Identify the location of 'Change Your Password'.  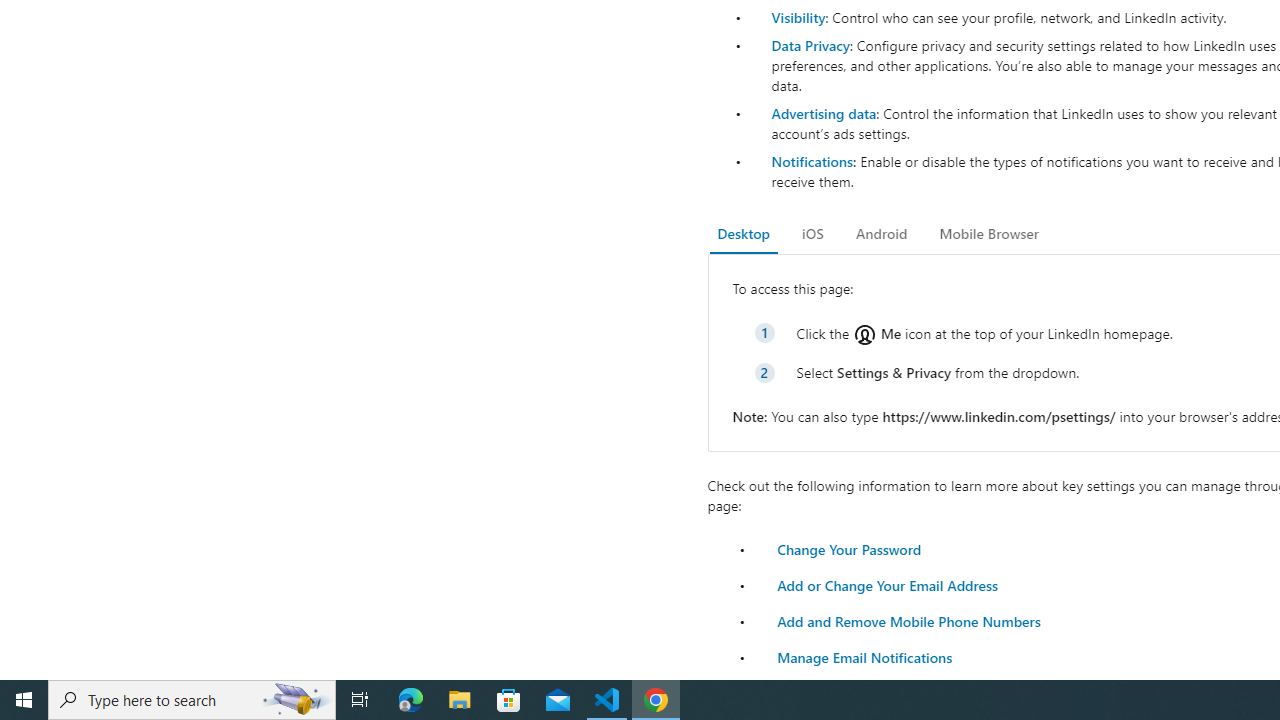
(849, 549).